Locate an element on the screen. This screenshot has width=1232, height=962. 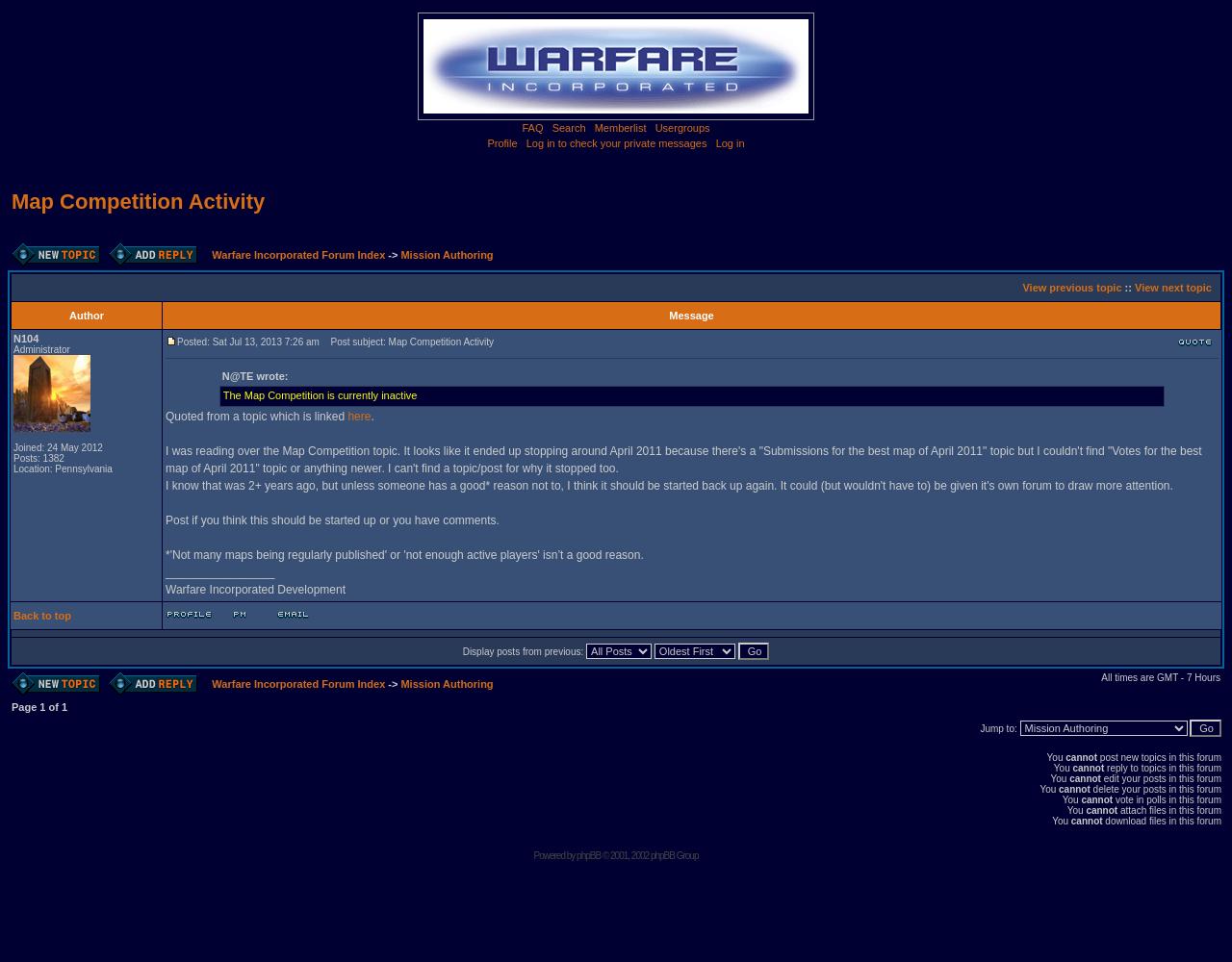
'I know that was 2+ years ago, but unless someone has a good* reason not to, I think it should be started back up again. It could (but wouldn't have to) be given it's own forum to draw more attention.' is located at coordinates (669, 486).